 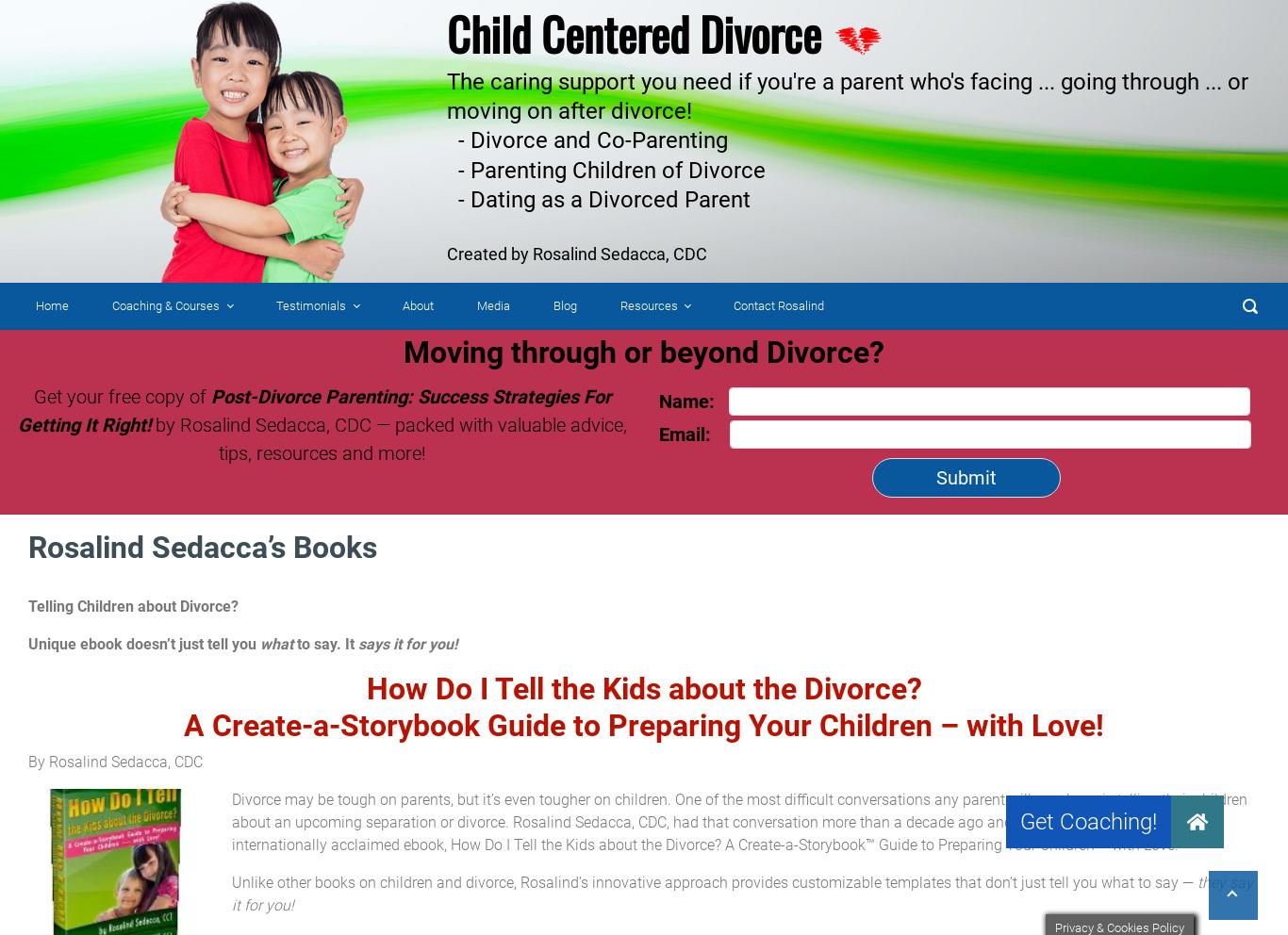 I want to click on '- Dating as a Divorced Parent', so click(x=447, y=198).